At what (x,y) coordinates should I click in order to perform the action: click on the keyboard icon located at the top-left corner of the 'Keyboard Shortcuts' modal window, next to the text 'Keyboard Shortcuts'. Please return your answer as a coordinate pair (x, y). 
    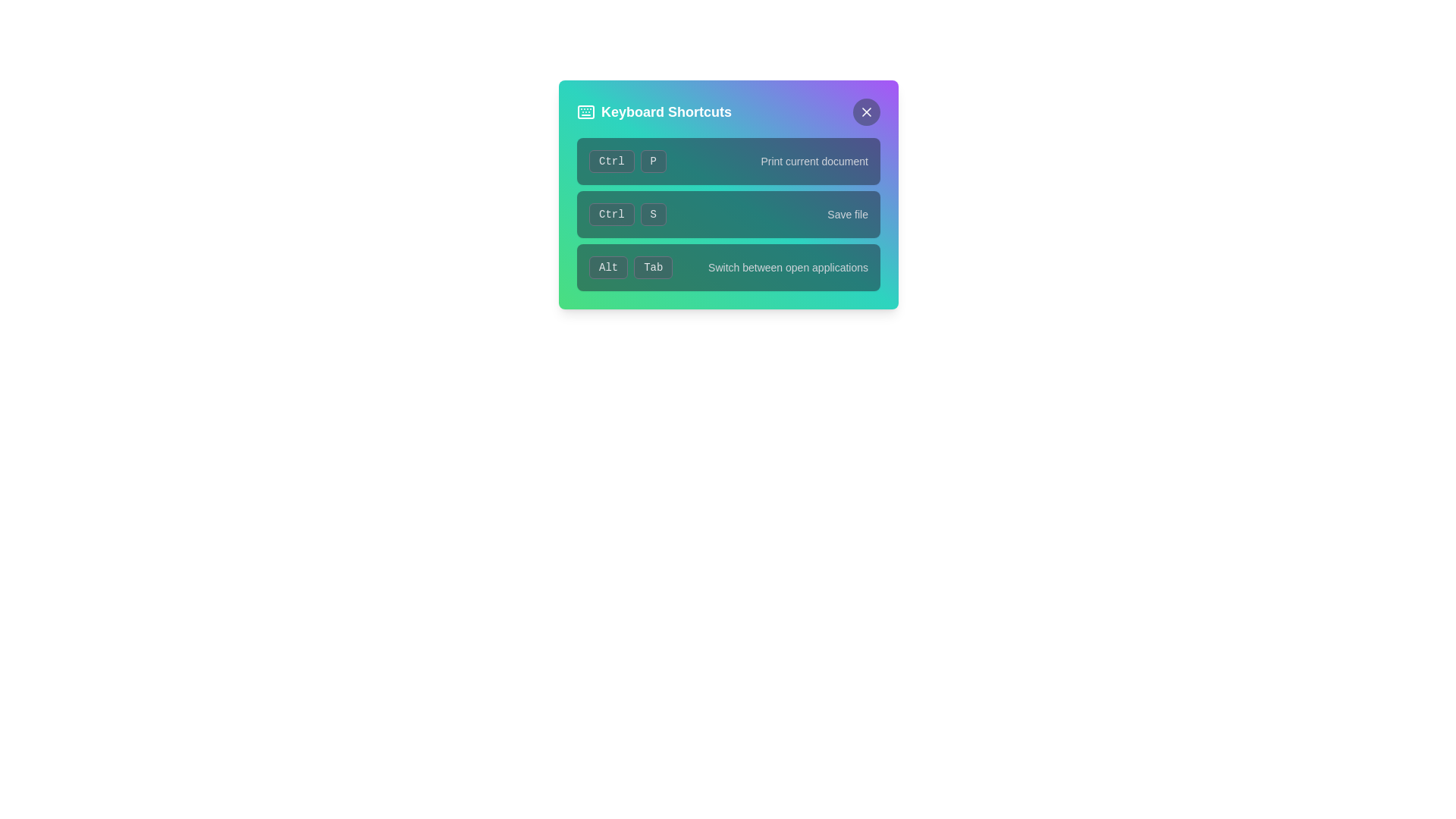
    Looking at the image, I should click on (585, 111).